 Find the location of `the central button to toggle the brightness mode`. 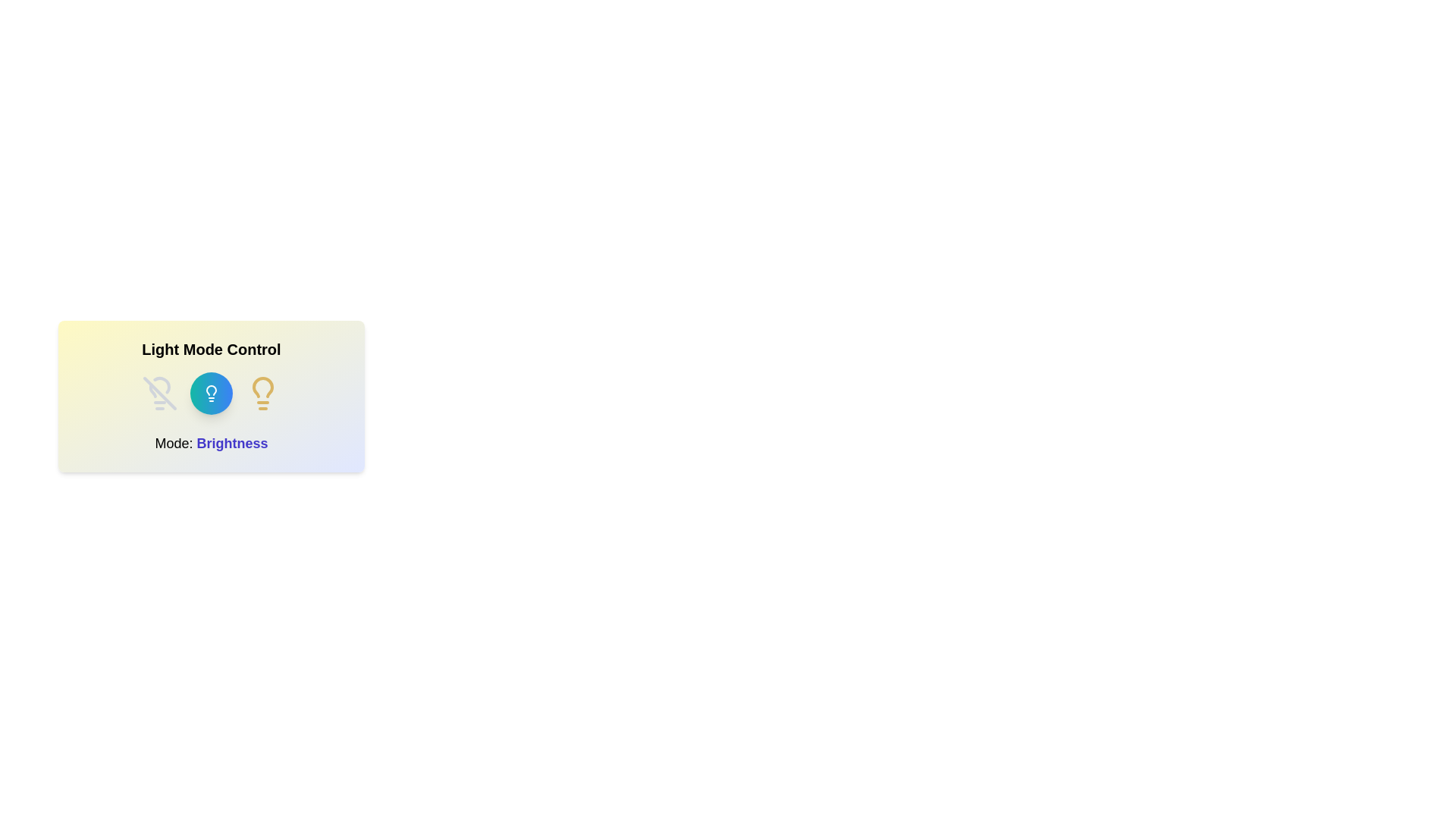

the central button to toggle the brightness mode is located at coordinates (210, 393).